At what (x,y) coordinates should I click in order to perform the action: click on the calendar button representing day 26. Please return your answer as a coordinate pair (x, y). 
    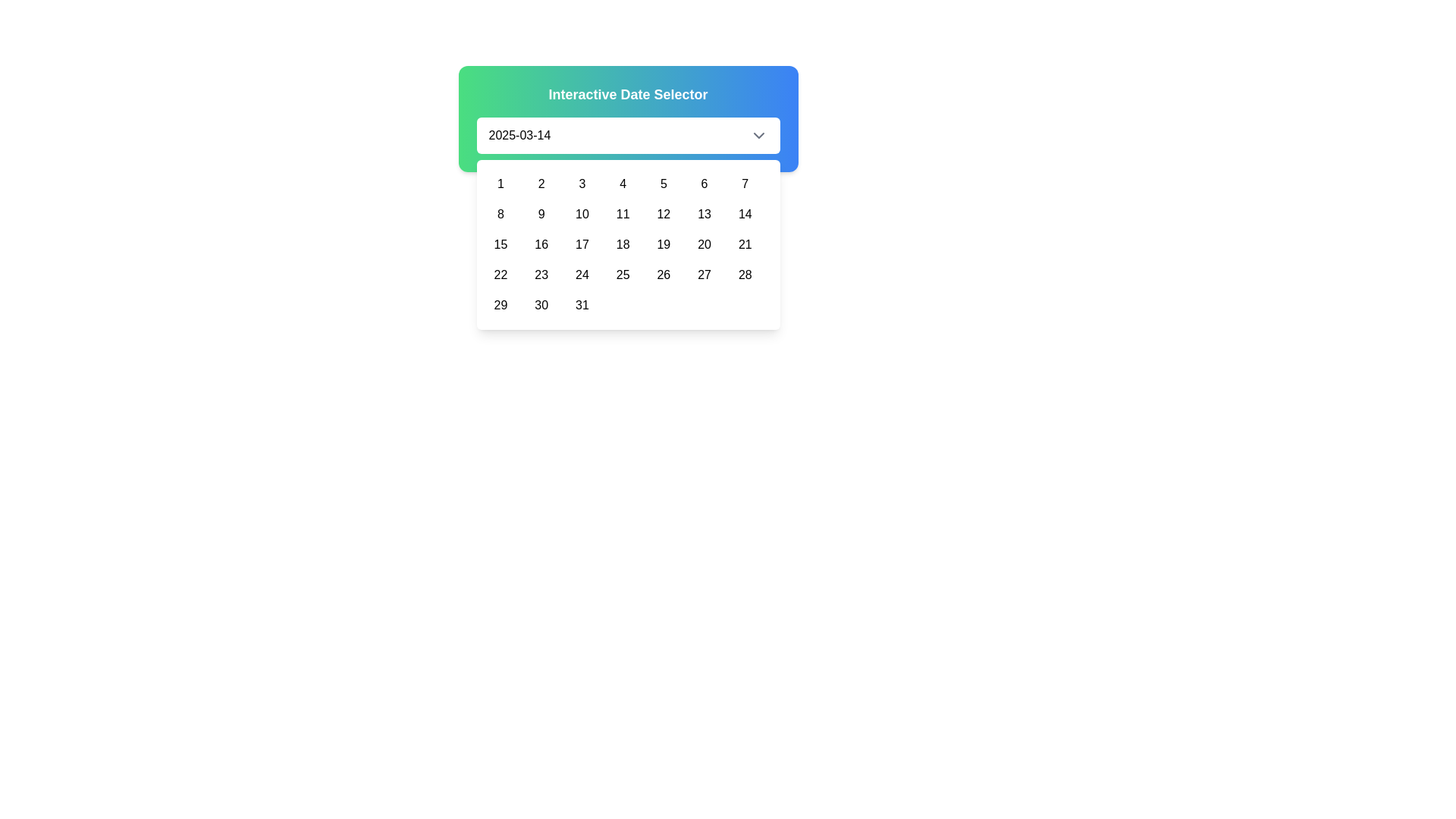
    Looking at the image, I should click on (664, 275).